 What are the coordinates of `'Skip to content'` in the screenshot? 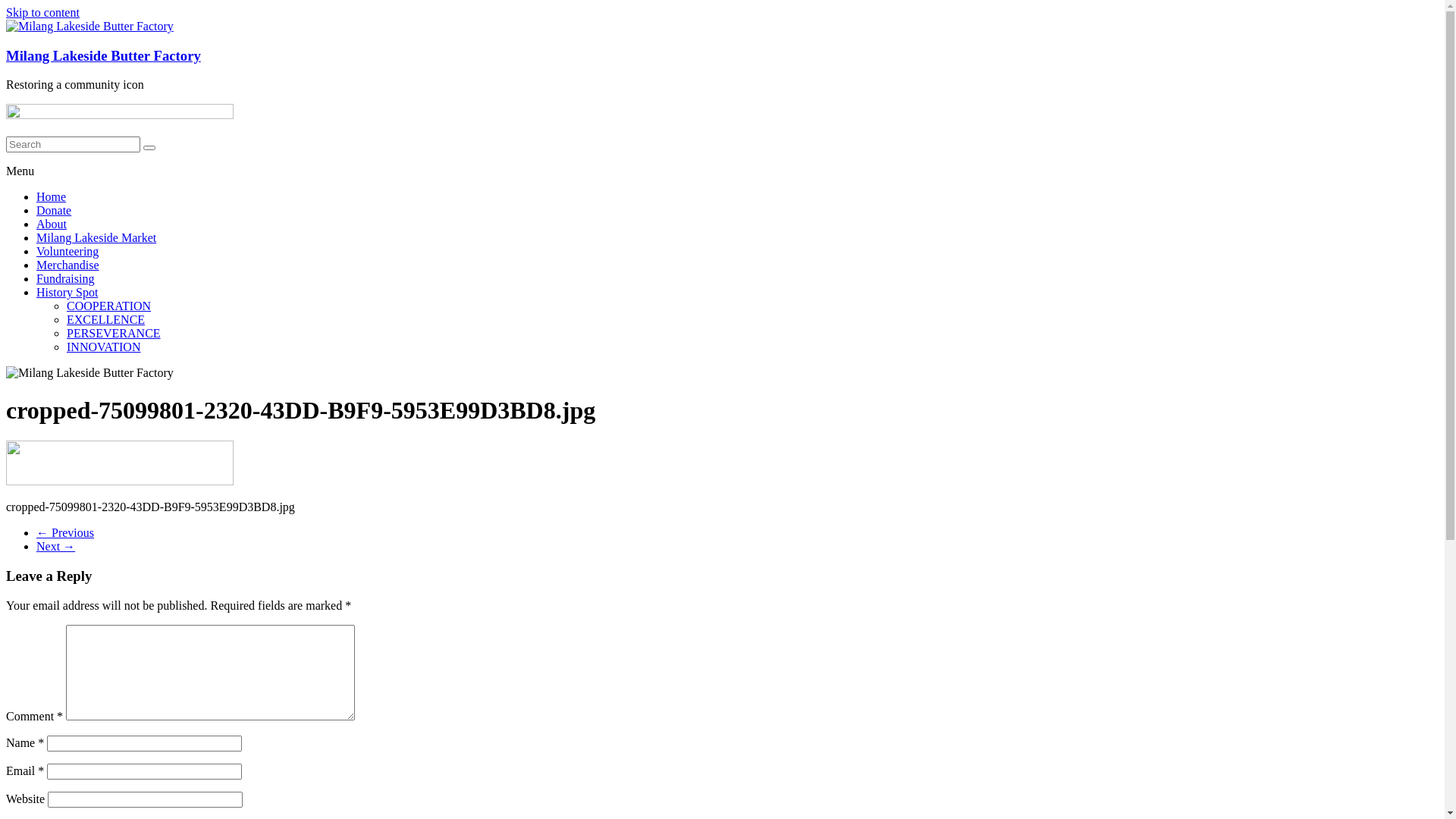 It's located at (42, 12).